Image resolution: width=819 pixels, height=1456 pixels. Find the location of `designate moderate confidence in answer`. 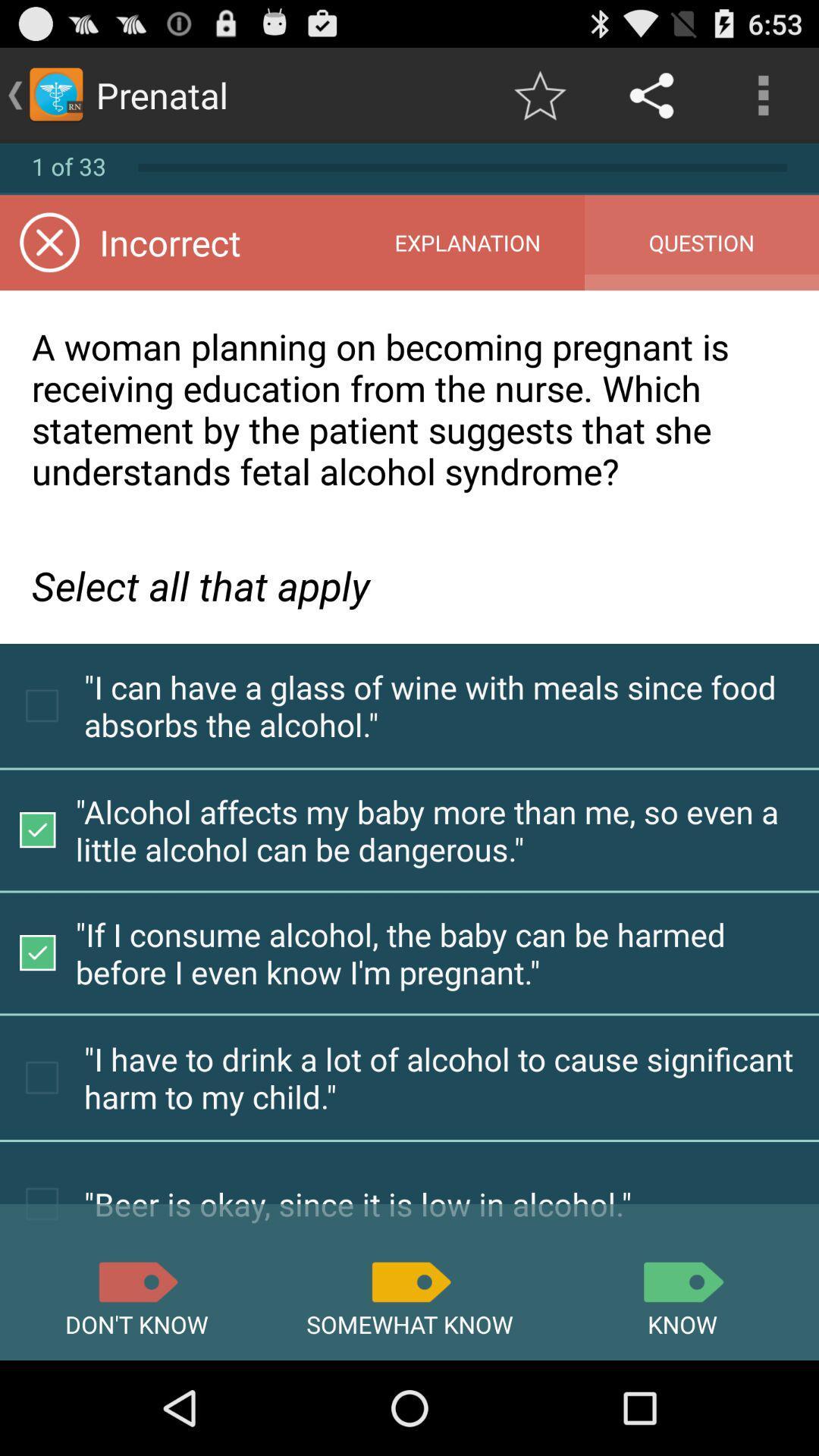

designate moderate confidence in answer is located at coordinates (409, 1281).